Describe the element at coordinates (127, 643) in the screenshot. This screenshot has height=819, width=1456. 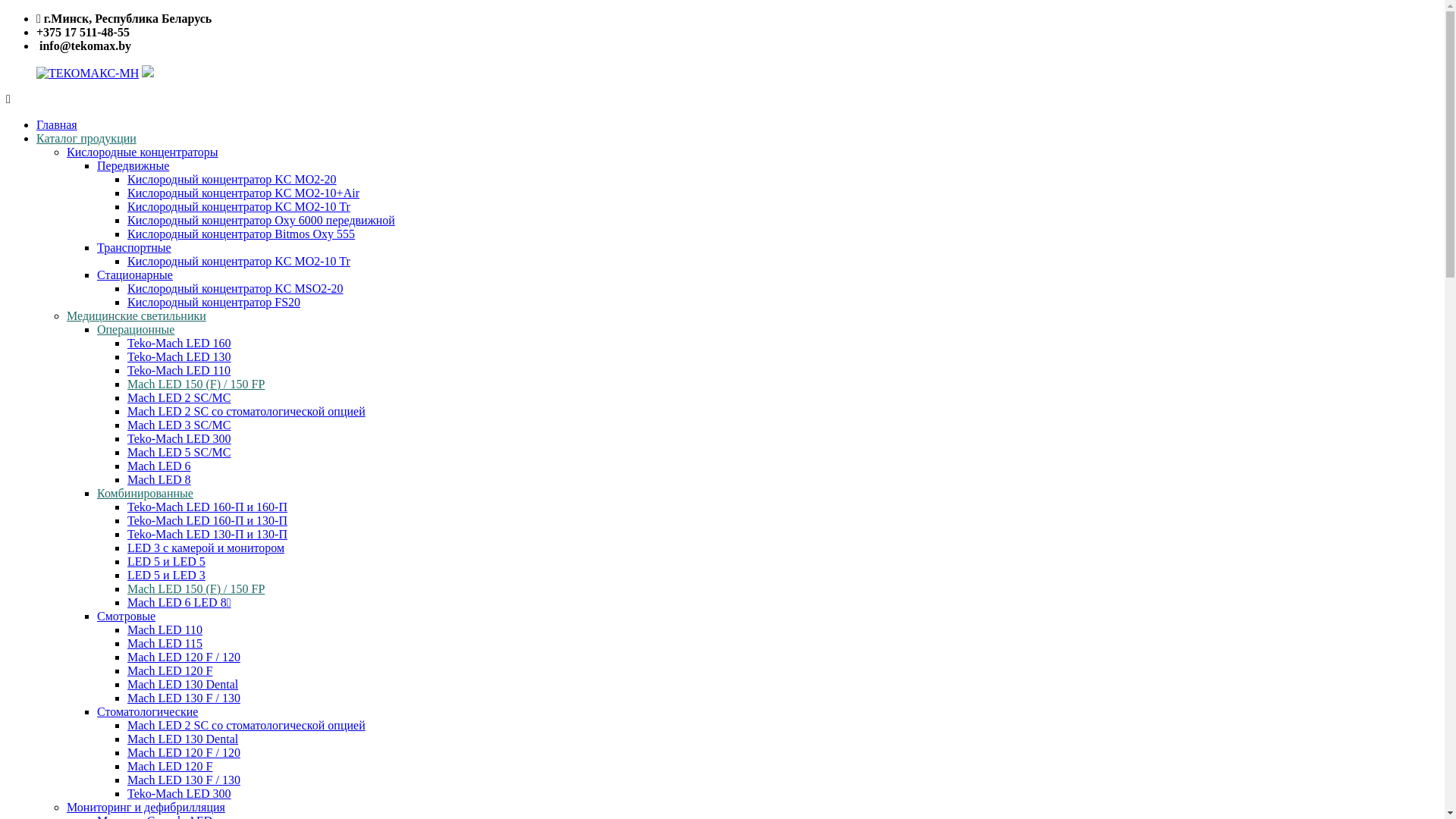
I see `'Mach LED 115'` at that location.